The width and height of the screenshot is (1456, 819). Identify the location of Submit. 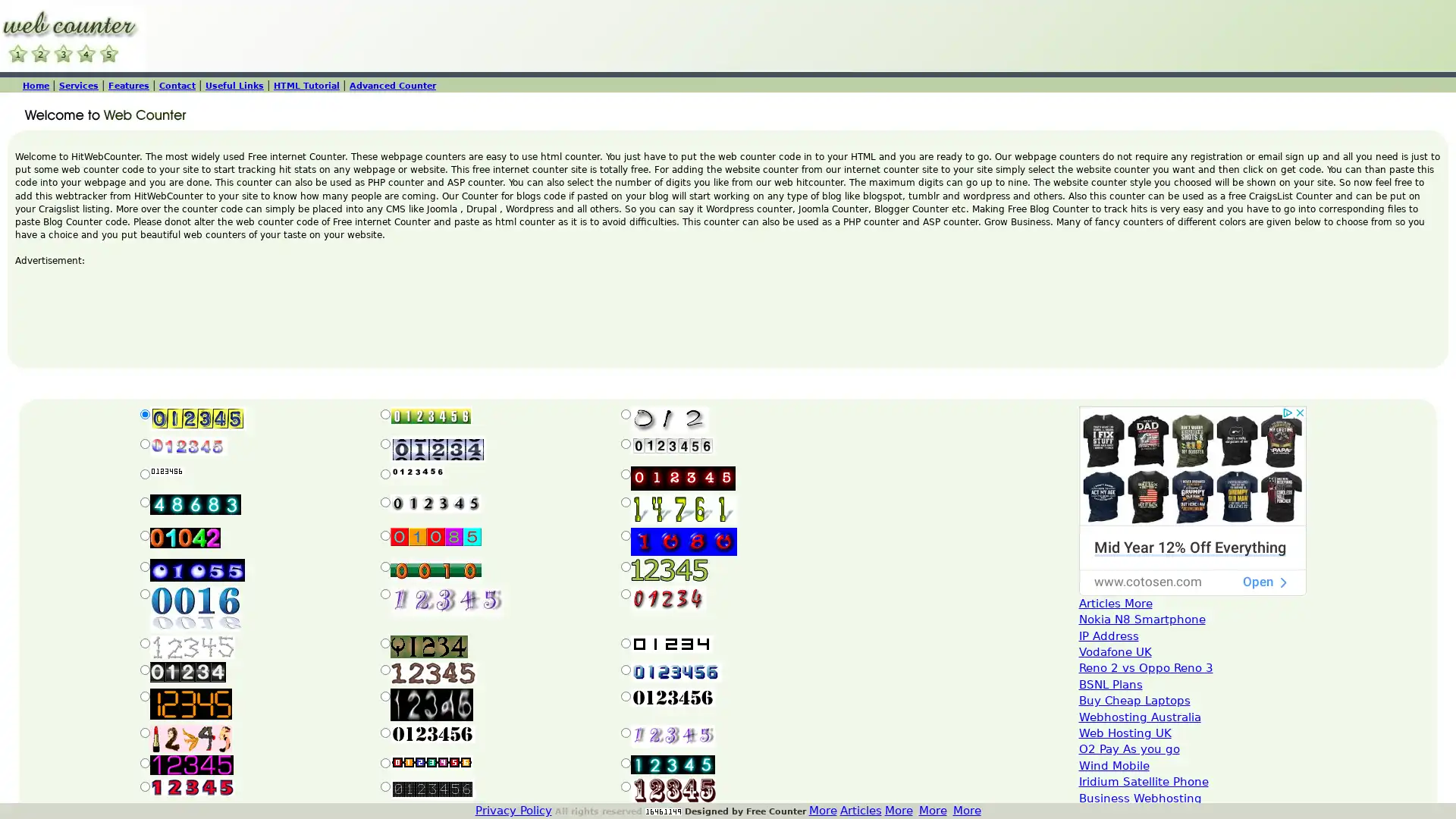
(429, 415).